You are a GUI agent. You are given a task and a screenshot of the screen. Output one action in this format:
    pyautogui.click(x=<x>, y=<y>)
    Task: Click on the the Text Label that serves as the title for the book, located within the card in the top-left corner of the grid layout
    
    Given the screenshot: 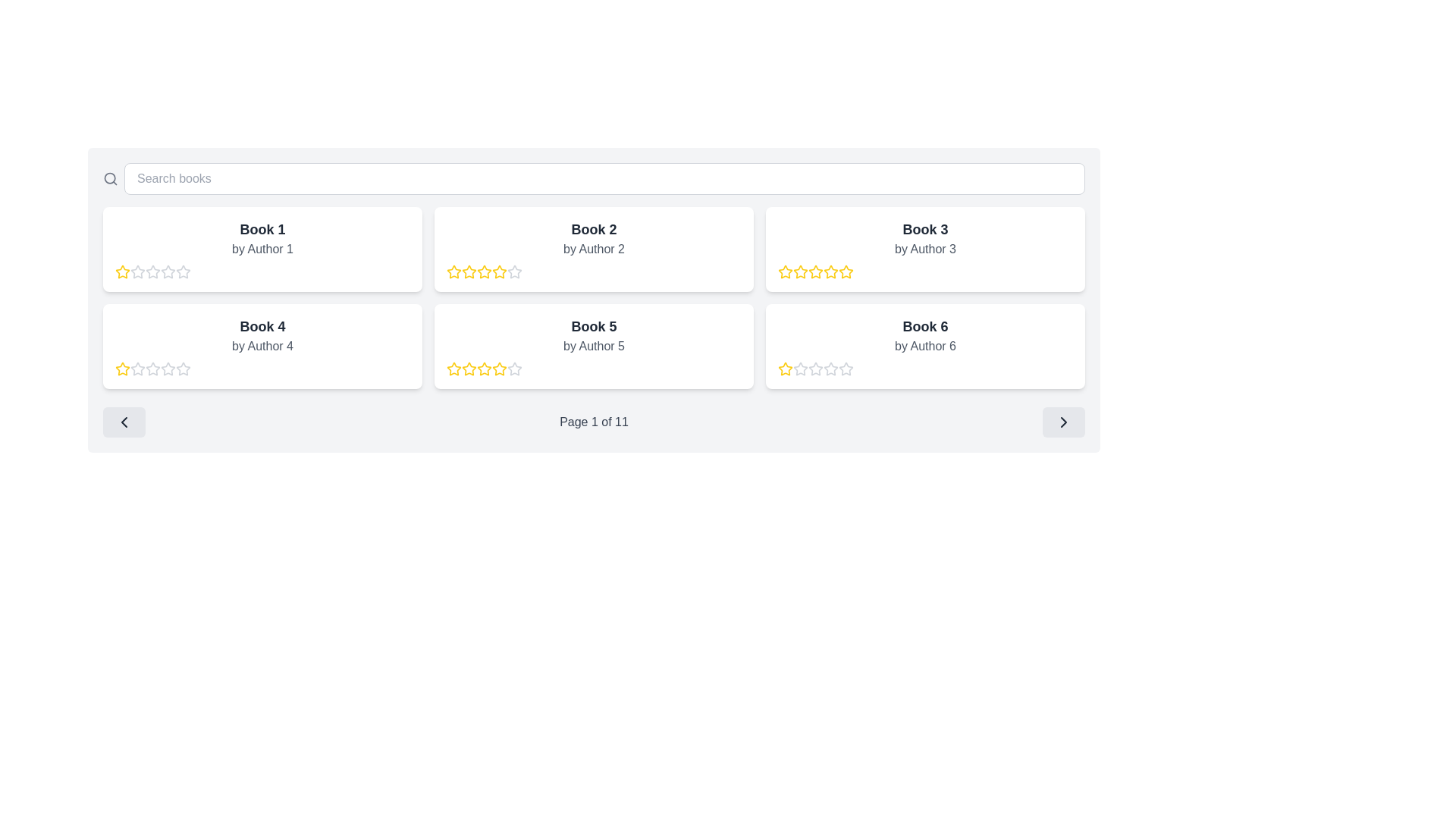 What is the action you would take?
    pyautogui.click(x=262, y=230)
    